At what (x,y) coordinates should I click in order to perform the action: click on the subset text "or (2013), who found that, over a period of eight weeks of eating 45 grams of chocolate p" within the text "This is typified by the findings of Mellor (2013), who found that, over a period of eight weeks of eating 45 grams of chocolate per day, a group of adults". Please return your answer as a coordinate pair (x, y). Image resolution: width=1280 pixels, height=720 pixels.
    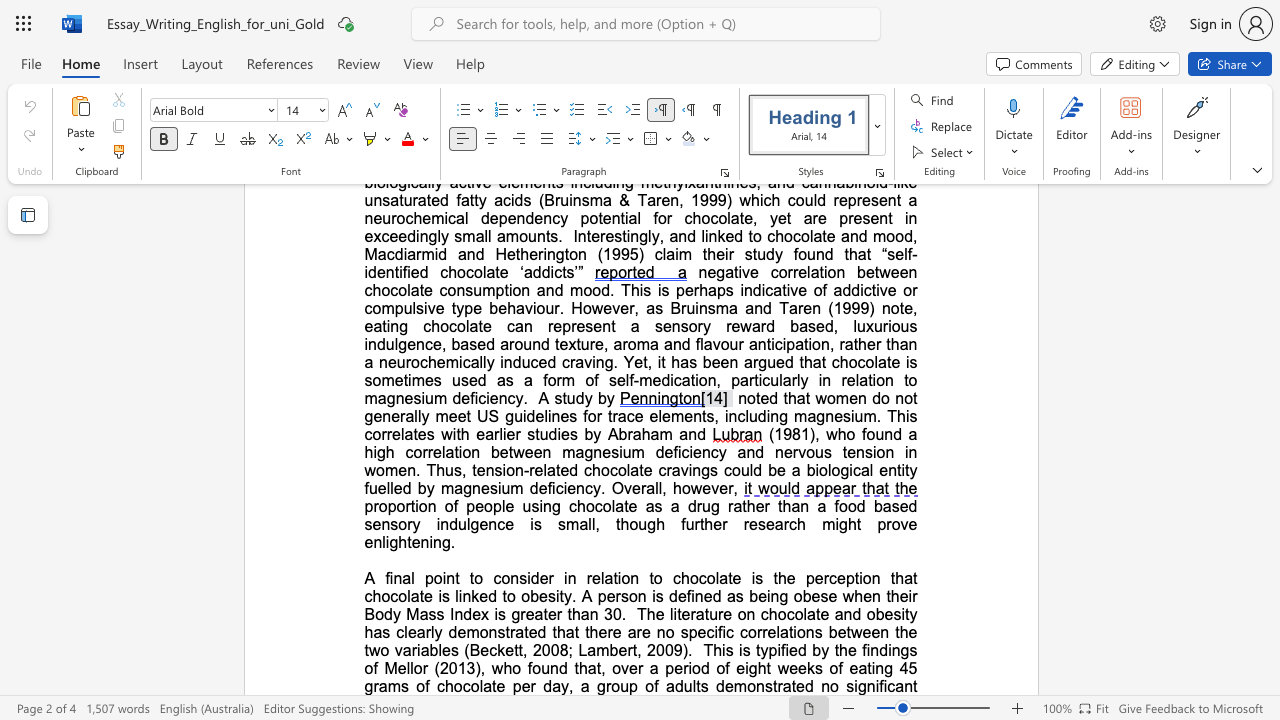
    Looking at the image, I should click on (412, 668).